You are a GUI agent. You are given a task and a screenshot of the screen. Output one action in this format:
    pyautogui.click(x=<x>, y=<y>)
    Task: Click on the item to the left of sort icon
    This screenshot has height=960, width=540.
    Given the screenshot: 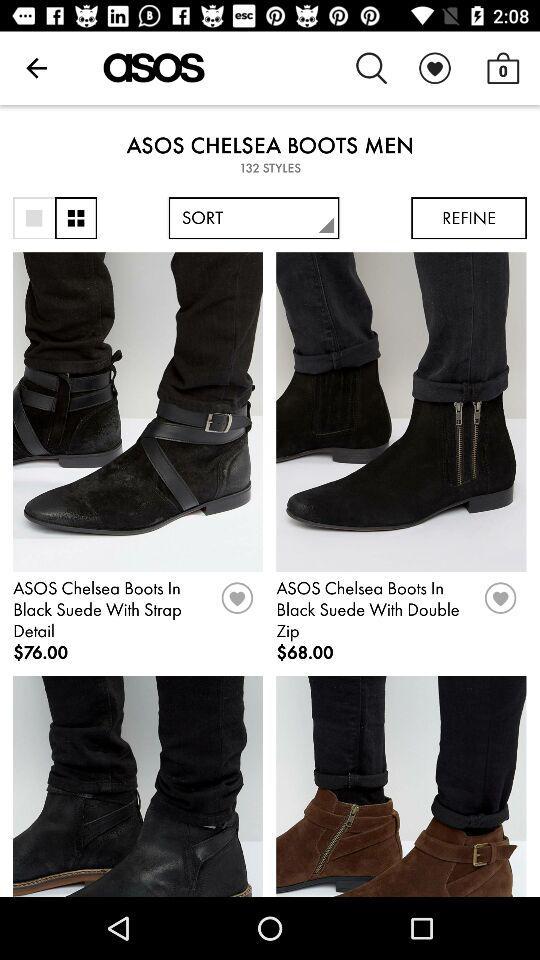 What is the action you would take?
    pyautogui.click(x=75, y=218)
    